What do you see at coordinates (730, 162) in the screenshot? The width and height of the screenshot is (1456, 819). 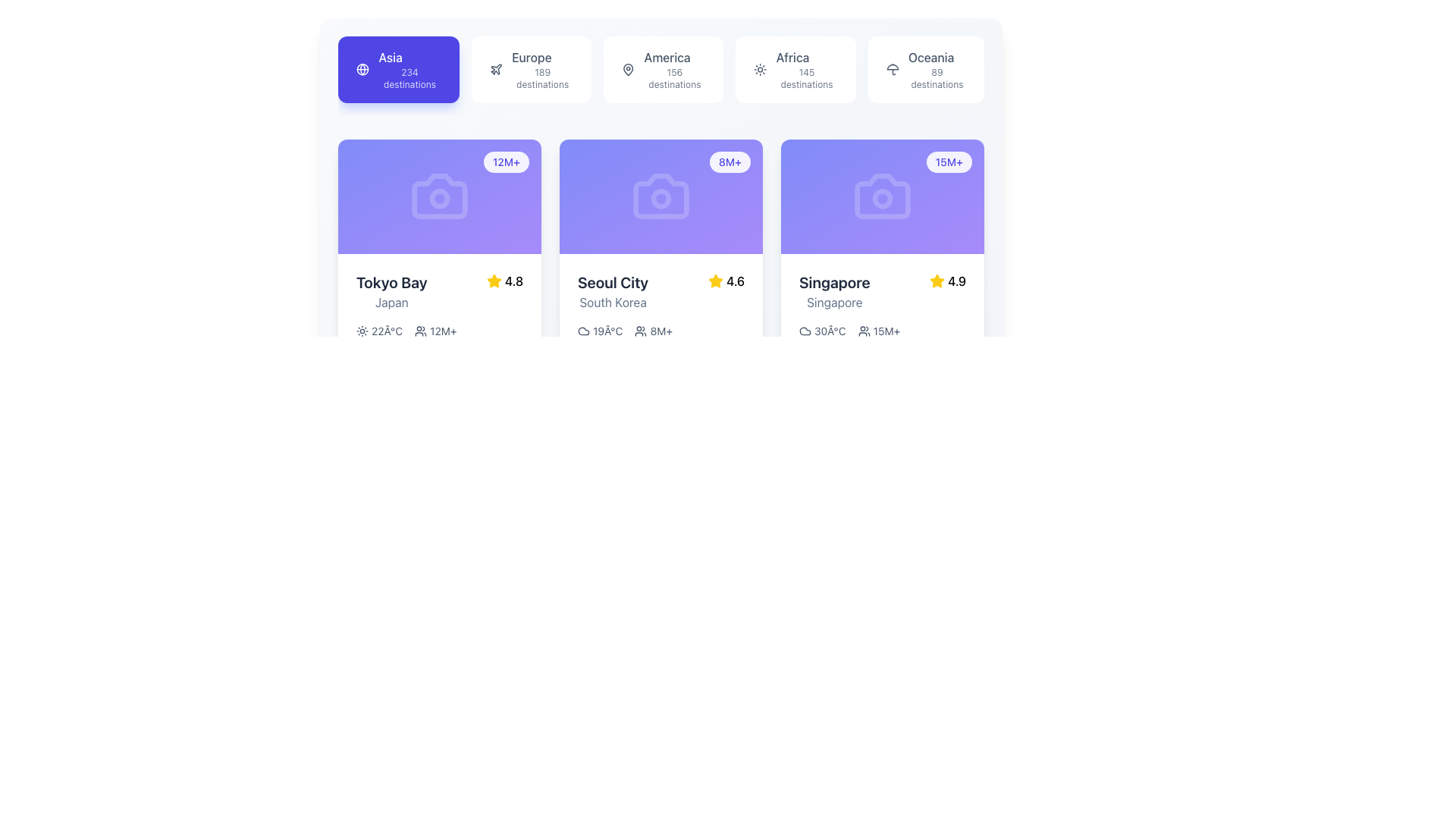 I see `the numerical indicator badge located at the top-right corner of the Seoul City card, which displays visitor counts such as '12M+' or '15M+'` at bounding box center [730, 162].